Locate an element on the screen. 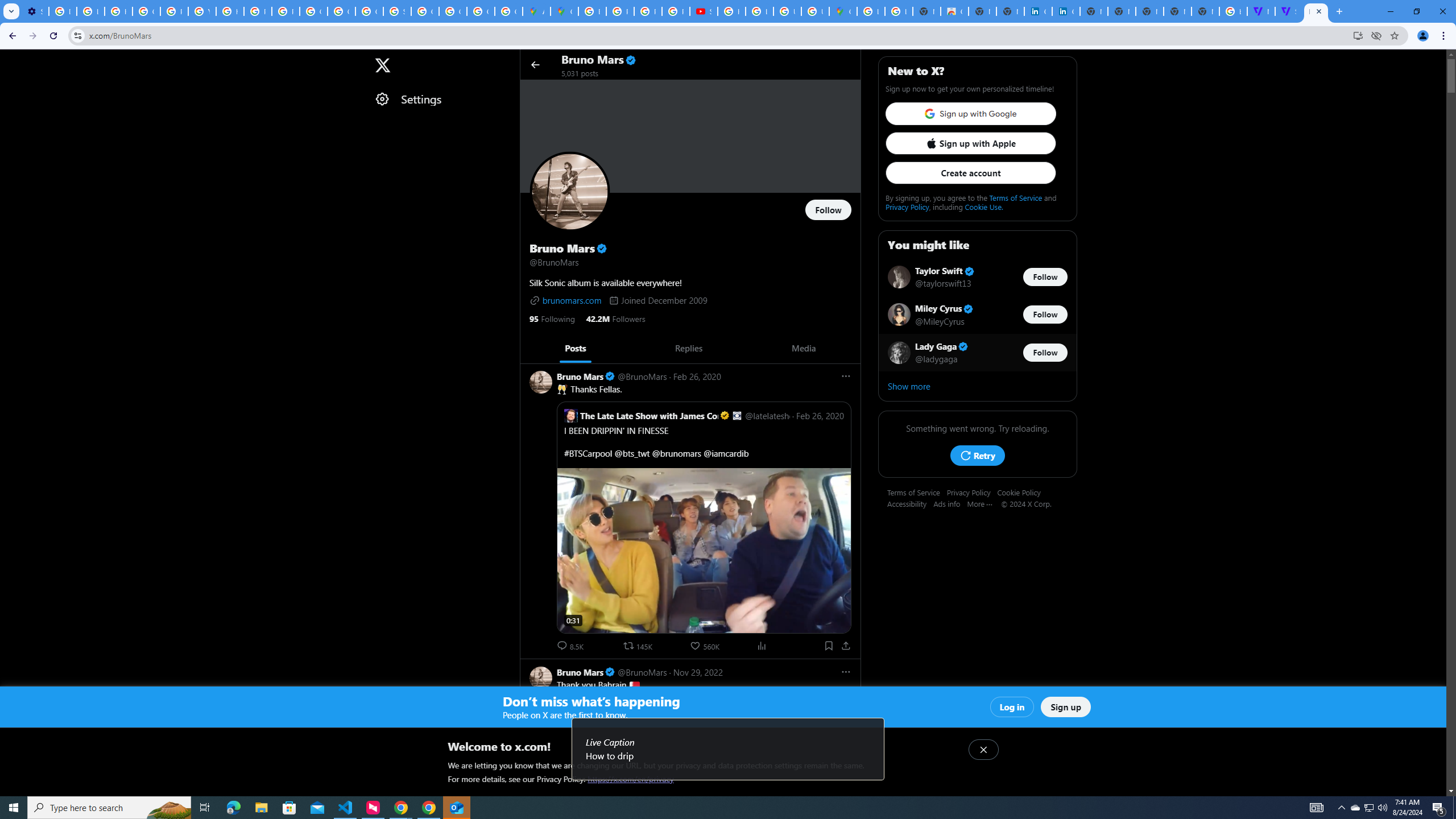 This screenshot has width=1456, height=819. 'Cookie Policy' is located at coordinates (1022, 492).